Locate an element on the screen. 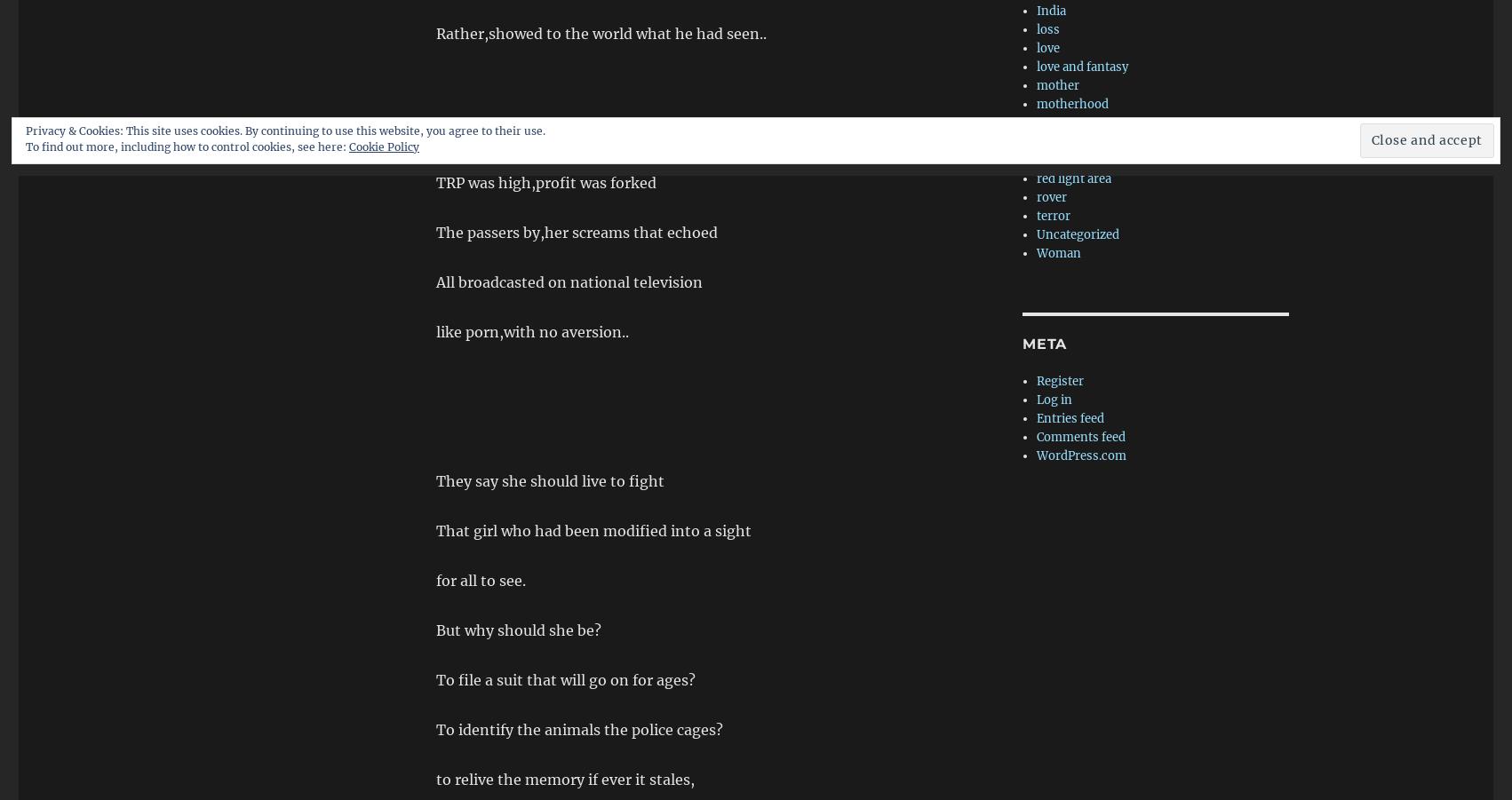  'Log in' is located at coordinates (1054, 399).